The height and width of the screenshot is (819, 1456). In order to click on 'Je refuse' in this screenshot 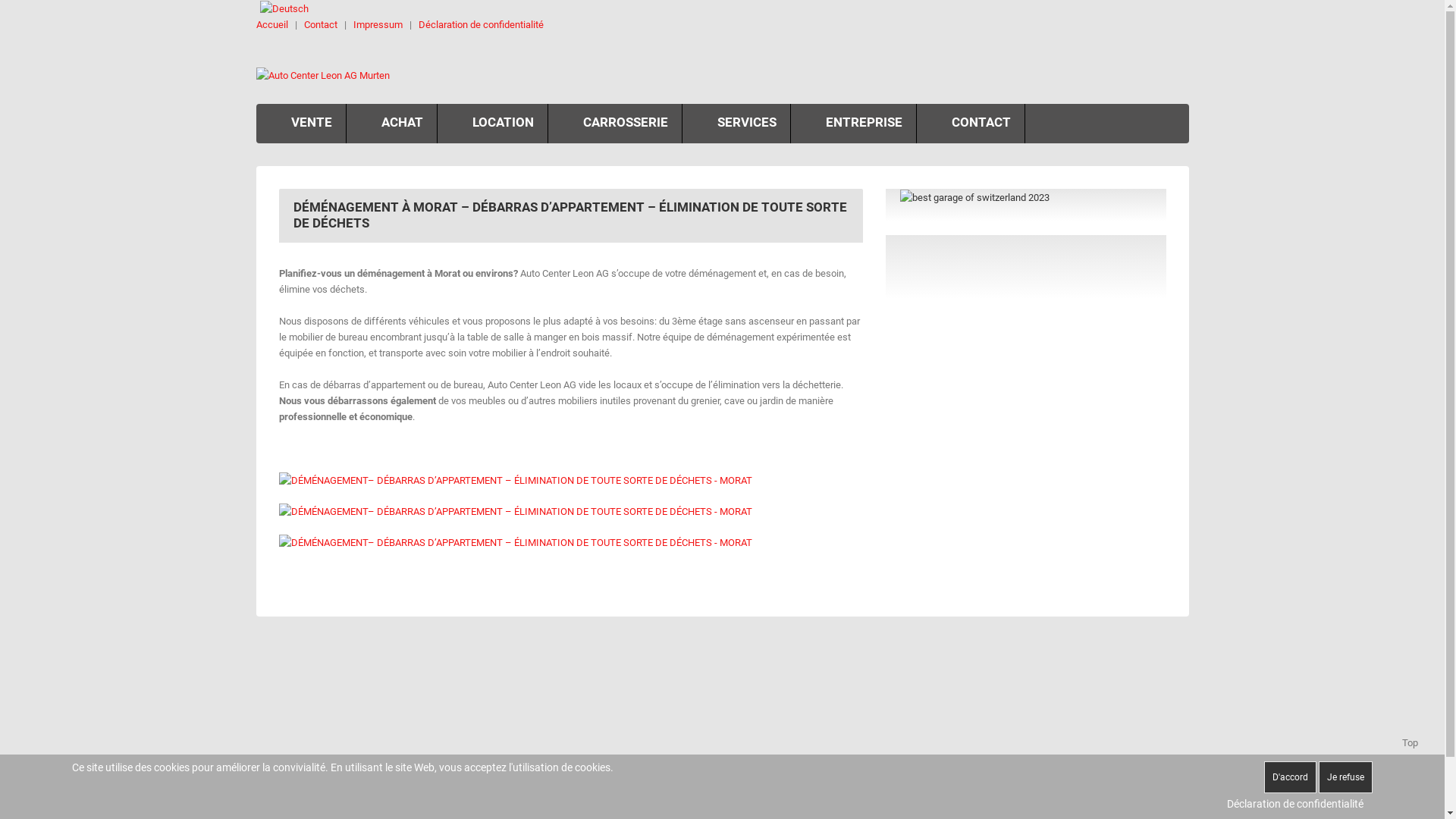, I will do `click(1345, 777)`.